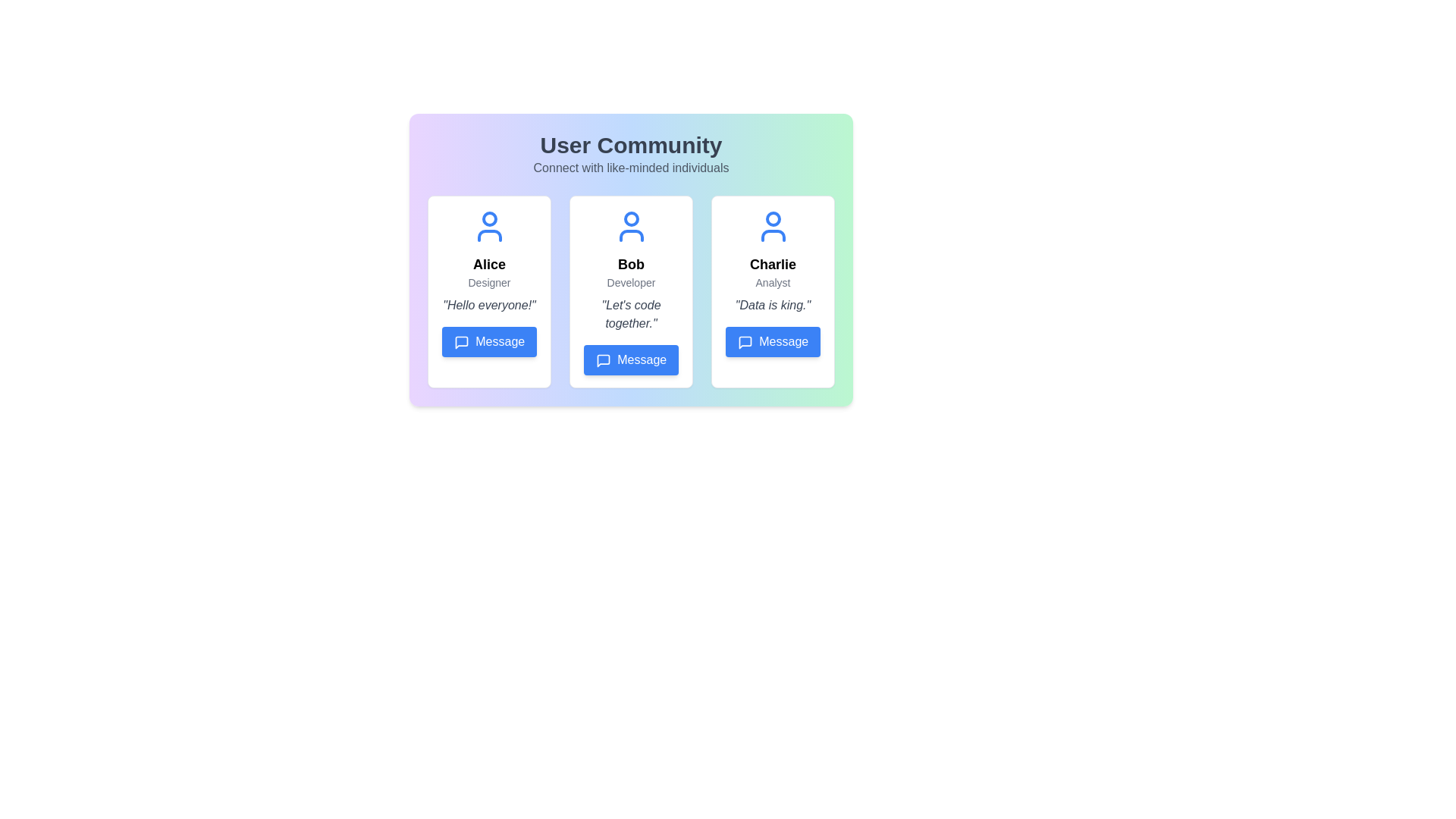  I want to click on the blue button with rounded corners labeled 'Message', located beneath the text 'Hello everyone!' in Alice's profile card, so click(489, 342).